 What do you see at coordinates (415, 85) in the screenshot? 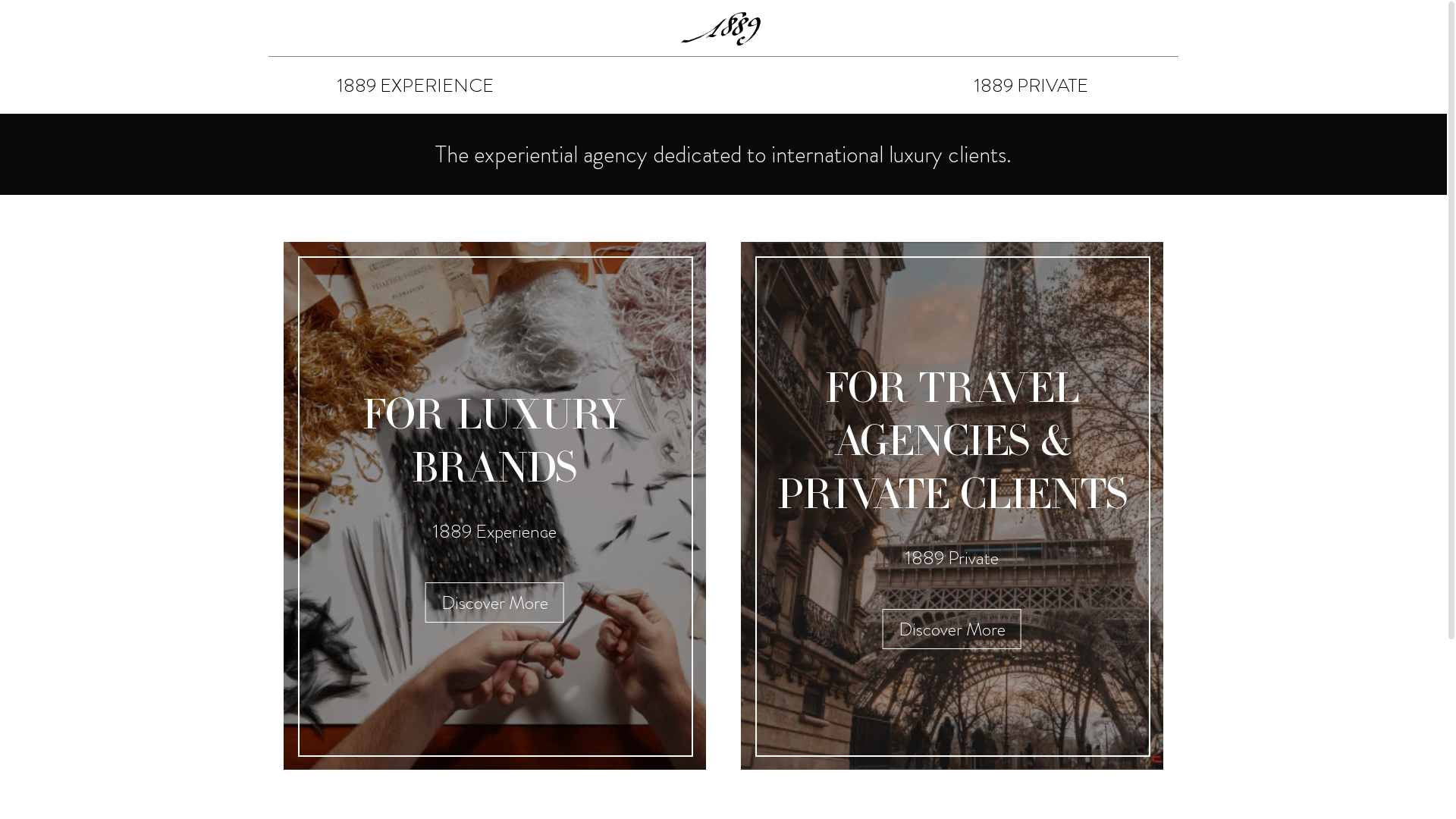
I see `'1889 EXPERIENCE'` at bounding box center [415, 85].